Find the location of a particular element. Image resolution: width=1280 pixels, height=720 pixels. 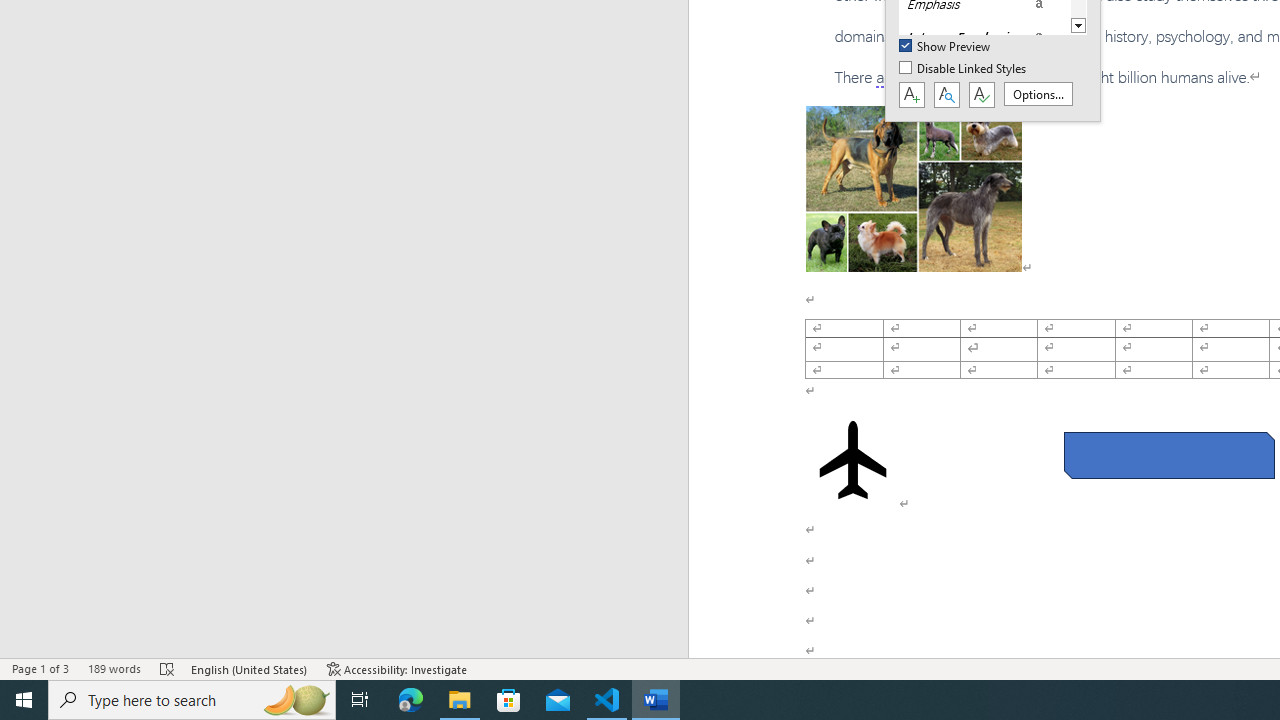

'Morphological variation in six dogs' is located at coordinates (912, 189).